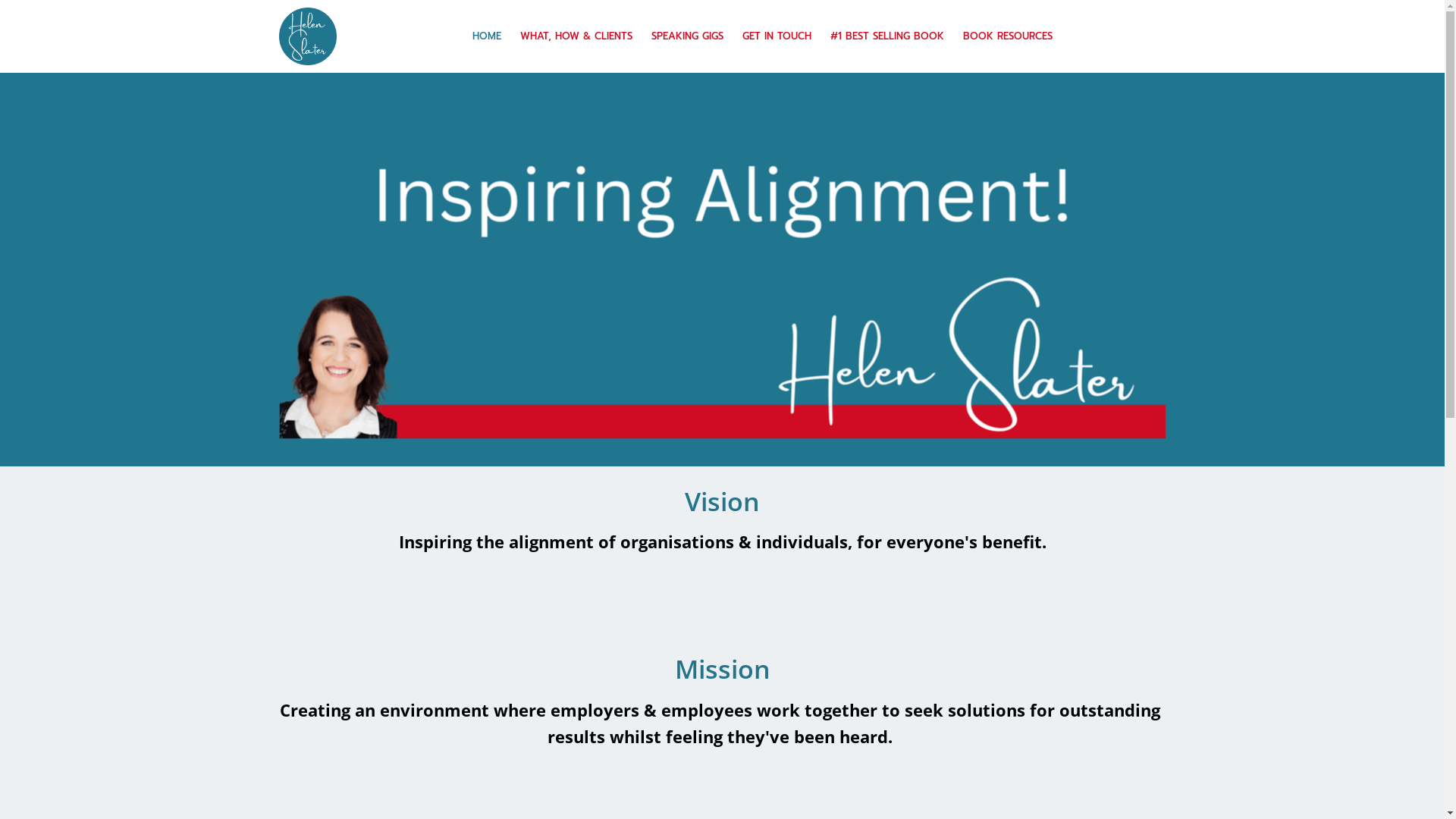 This screenshot has width=1456, height=819. What do you see at coordinates (1007, 35) in the screenshot?
I see `'BOOK RESOURCES'` at bounding box center [1007, 35].